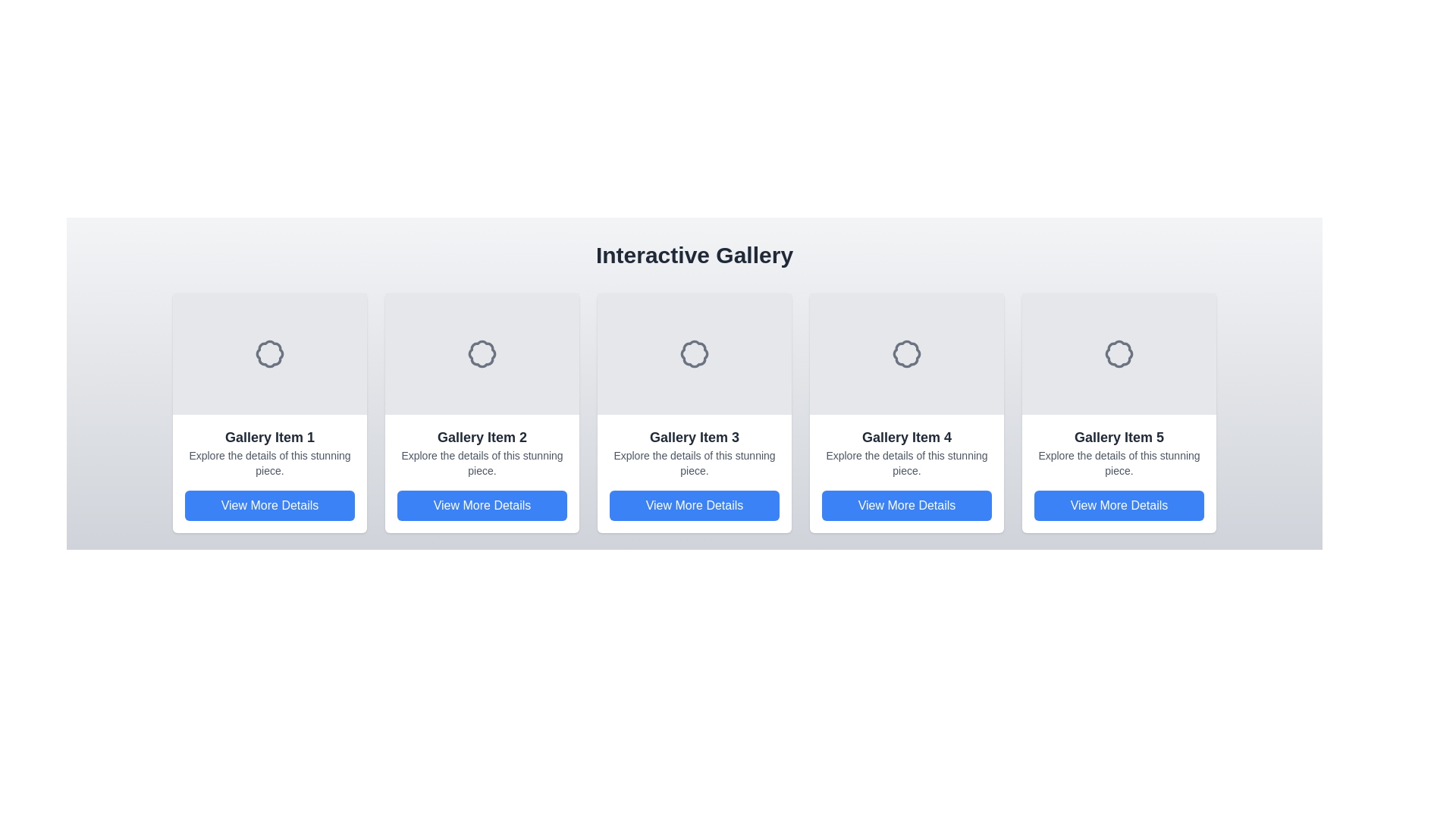  What do you see at coordinates (481, 353) in the screenshot?
I see `the Decorative Icon that represents the second gallery item, which is positioned in the upper section of the second item card in a horizontal gallery layout` at bounding box center [481, 353].